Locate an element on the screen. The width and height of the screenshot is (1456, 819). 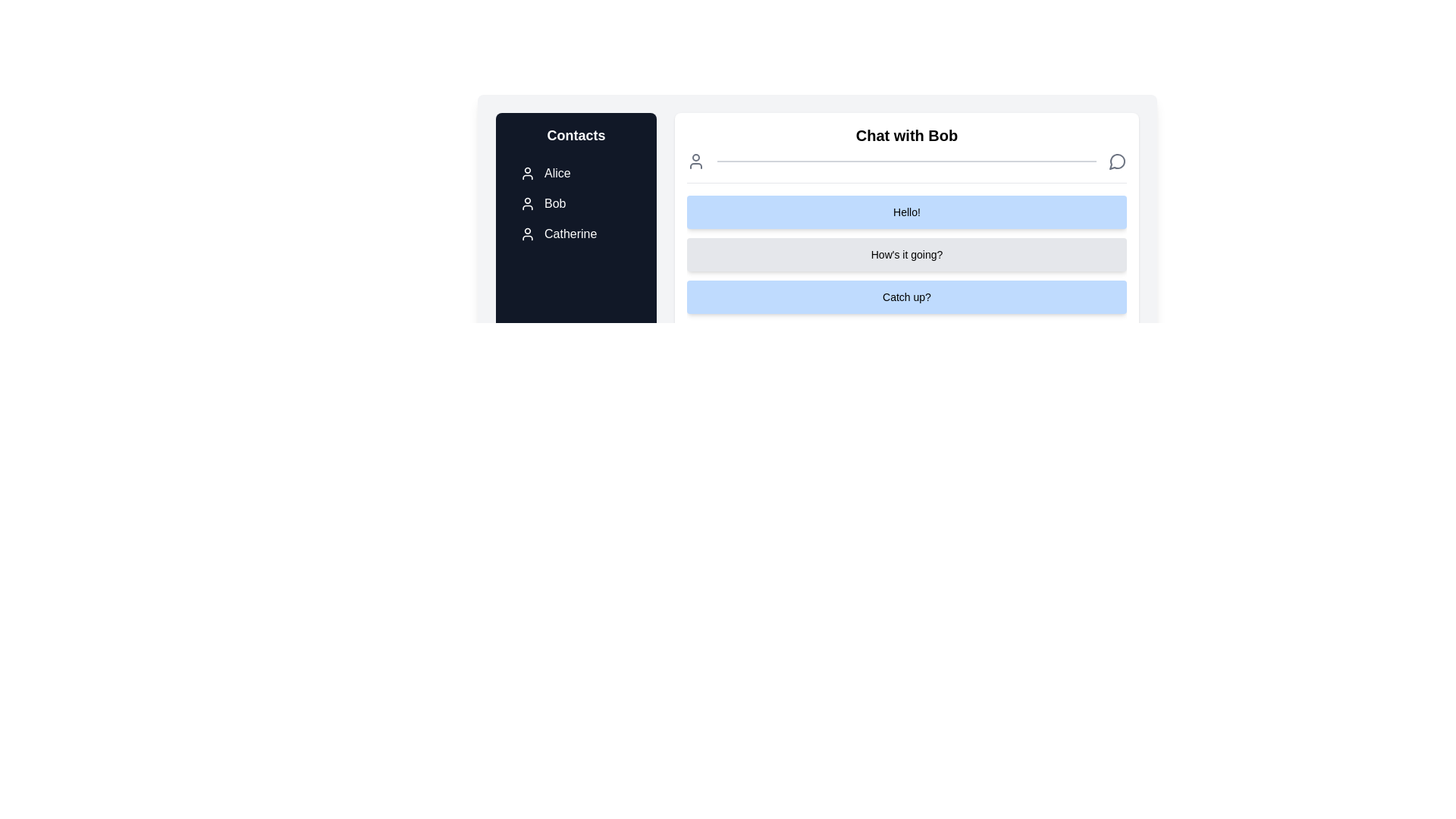
the contact entry labeled 'Alice' to possibly reveal additional details is located at coordinates (575, 172).